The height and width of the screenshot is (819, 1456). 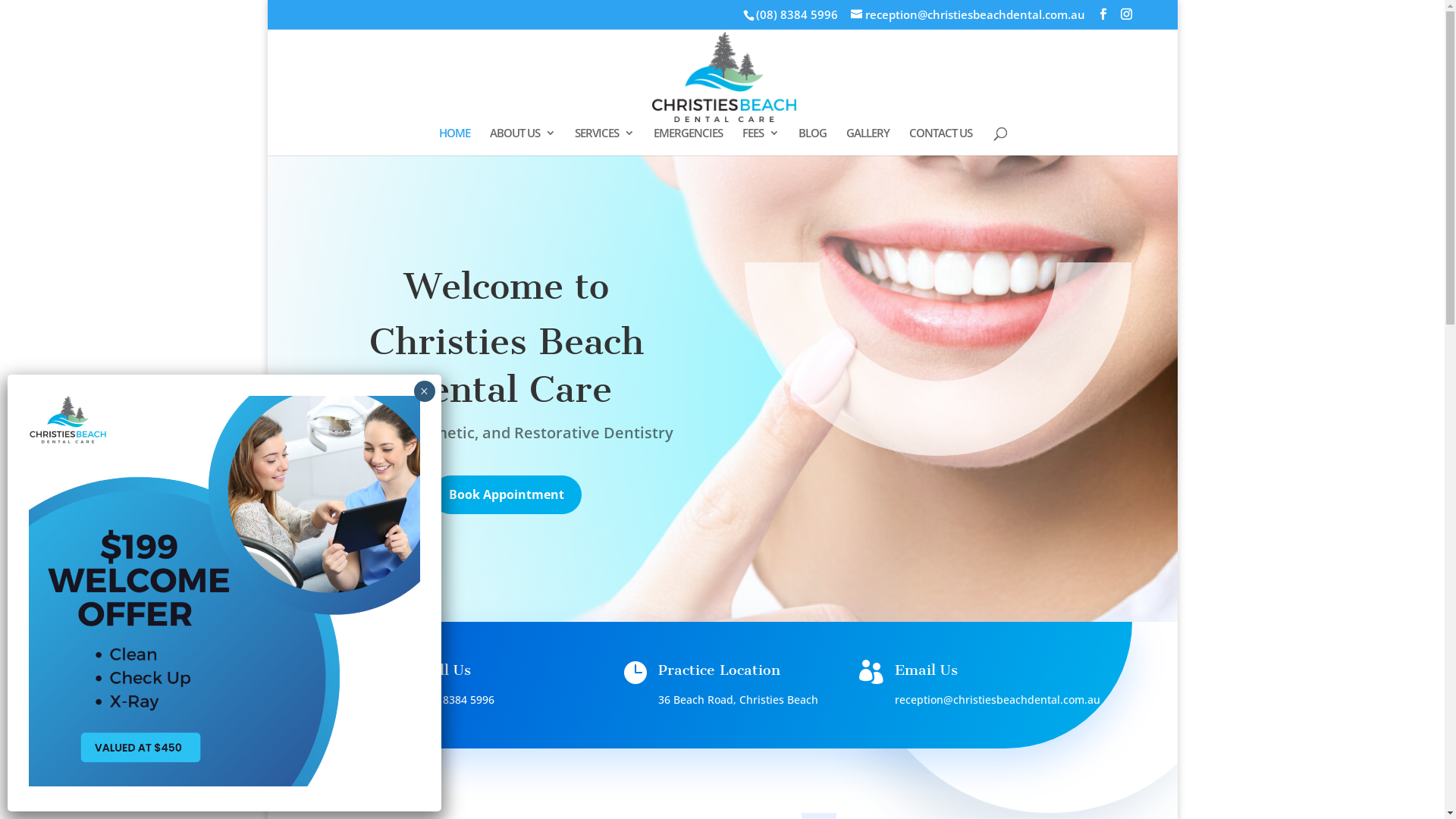 I want to click on 'FEES', so click(x=742, y=141).